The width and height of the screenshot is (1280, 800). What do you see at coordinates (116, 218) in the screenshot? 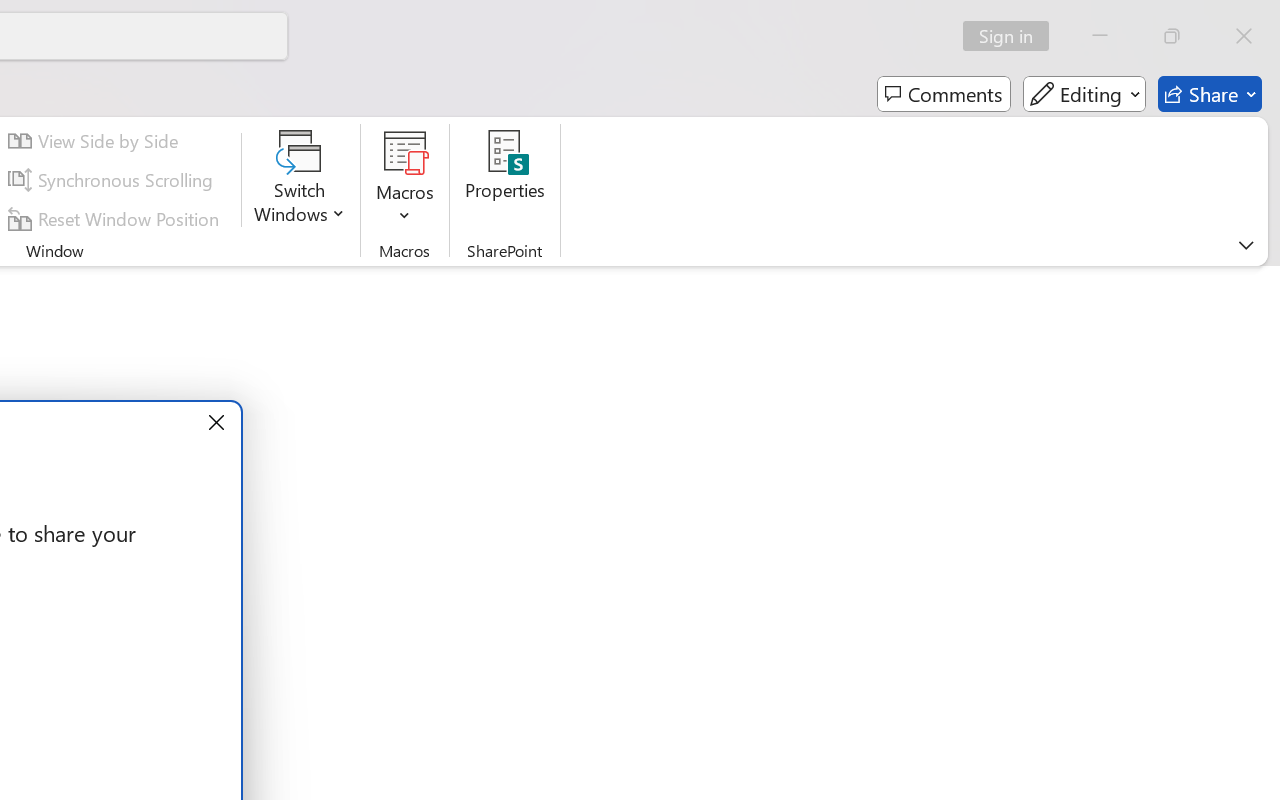
I see `'Reset Window Position'` at bounding box center [116, 218].